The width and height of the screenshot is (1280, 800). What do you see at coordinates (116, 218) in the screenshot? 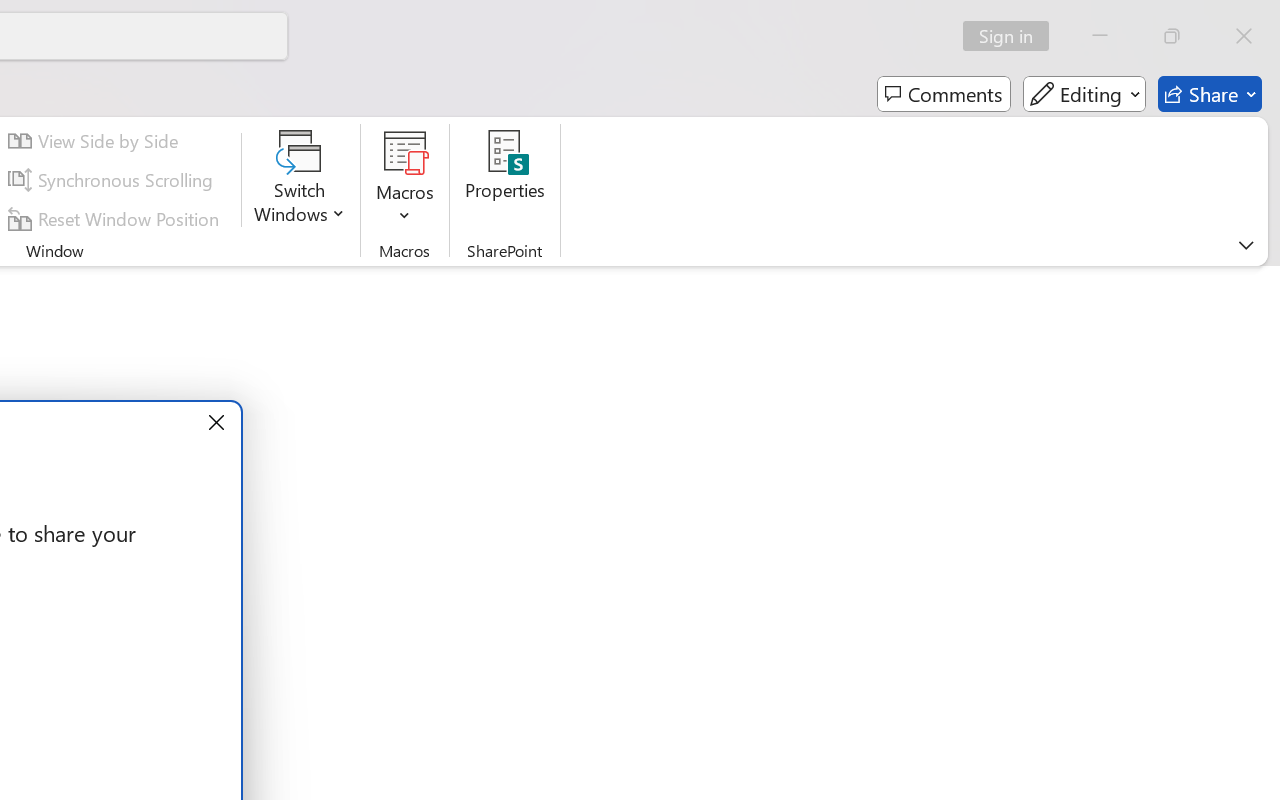
I see `'Reset Window Position'` at bounding box center [116, 218].